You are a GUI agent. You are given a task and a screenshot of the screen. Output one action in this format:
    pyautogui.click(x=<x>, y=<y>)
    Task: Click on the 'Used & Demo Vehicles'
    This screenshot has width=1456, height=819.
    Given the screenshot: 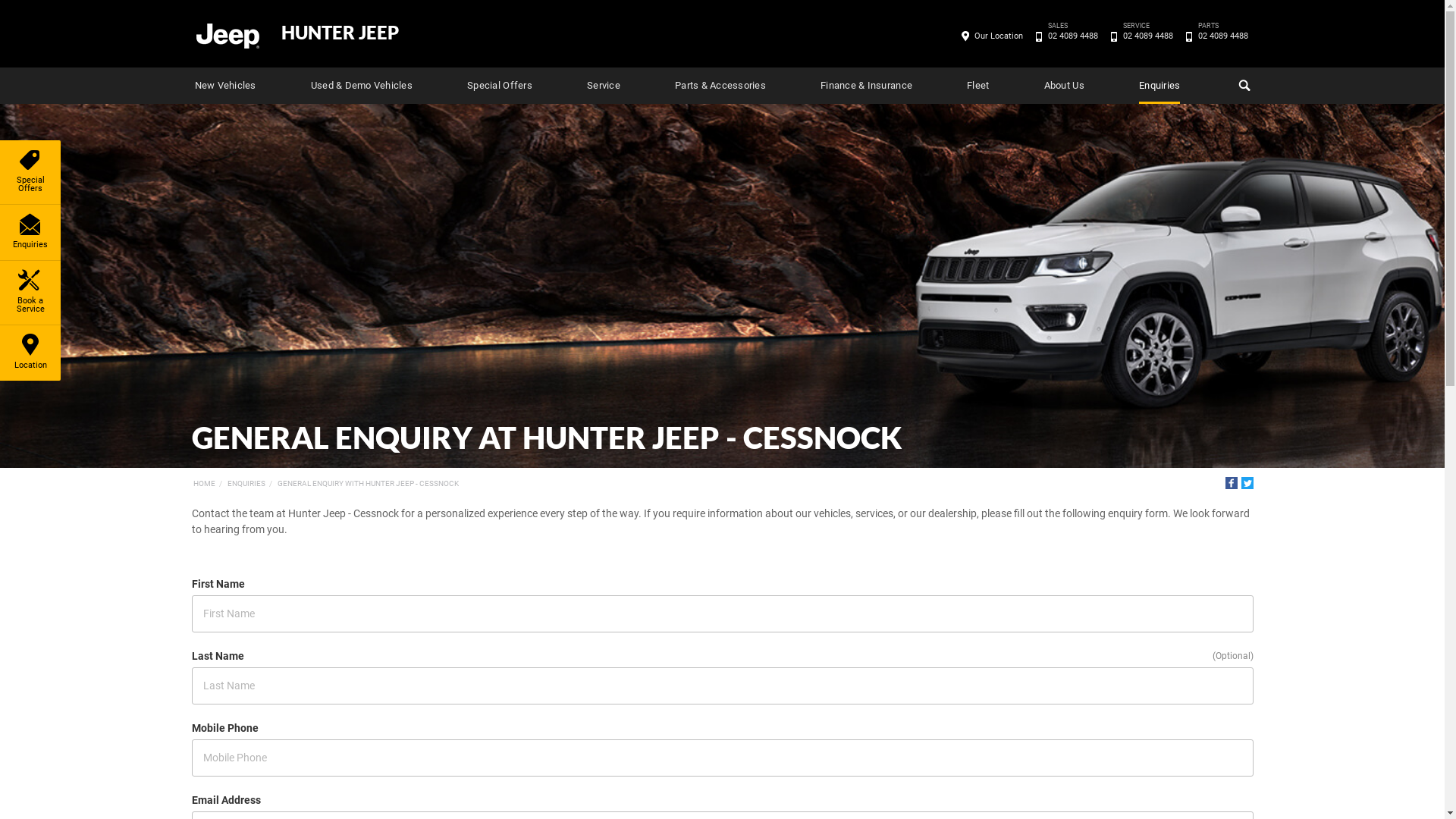 What is the action you would take?
    pyautogui.click(x=360, y=85)
    